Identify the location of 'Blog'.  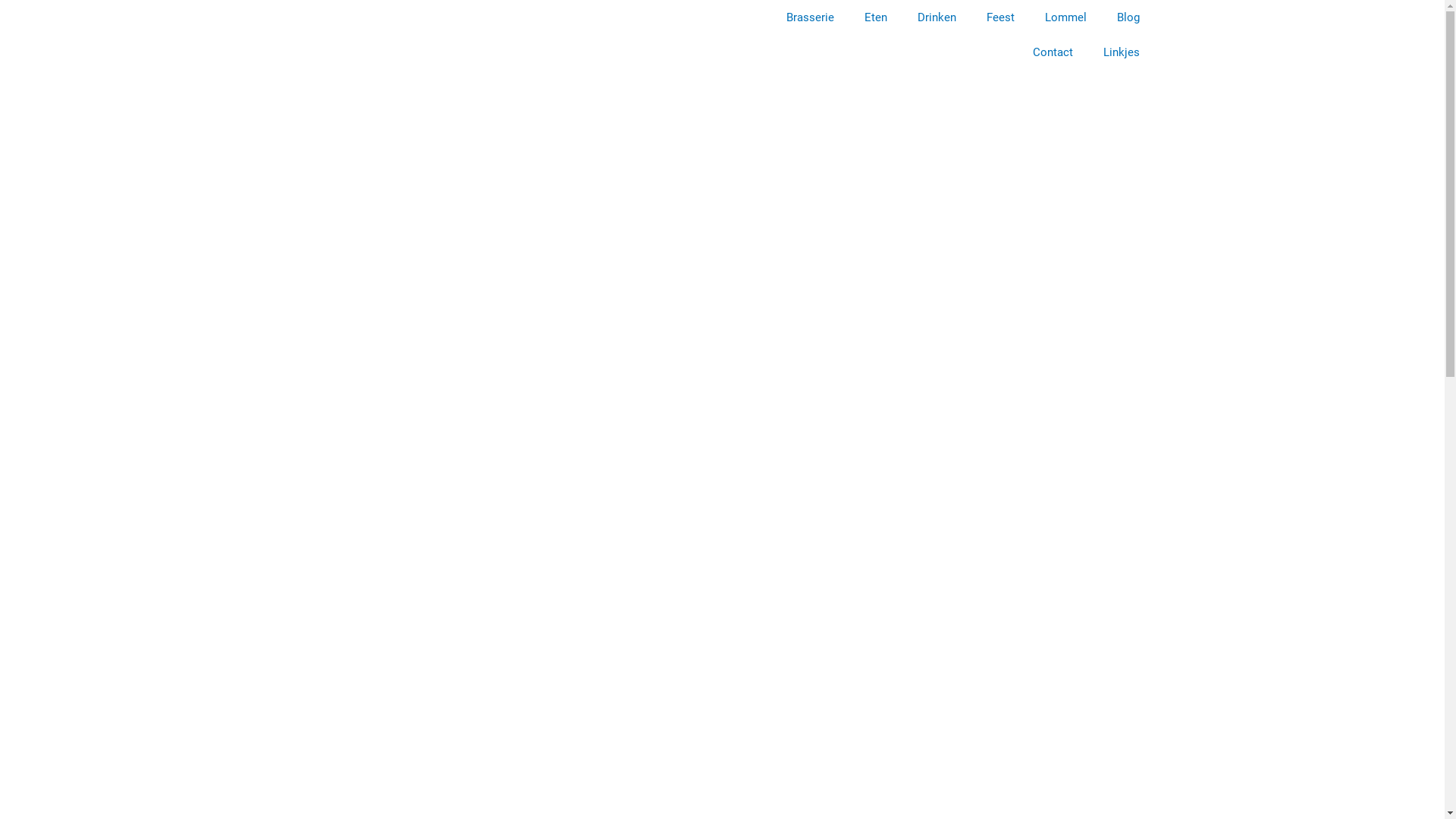
(1128, 17).